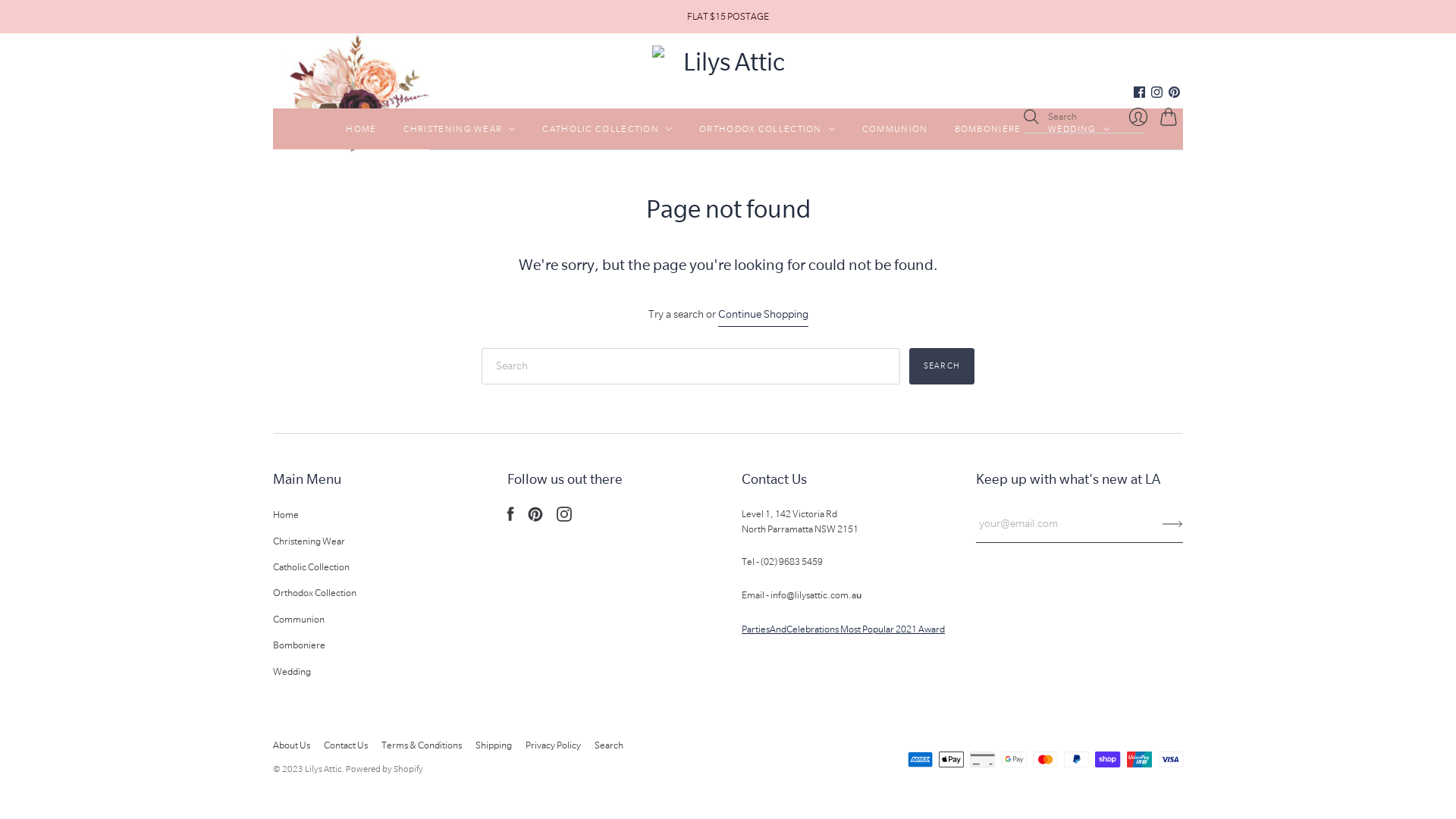  What do you see at coordinates (313, 591) in the screenshot?
I see `'Orthodox Collection'` at bounding box center [313, 591].